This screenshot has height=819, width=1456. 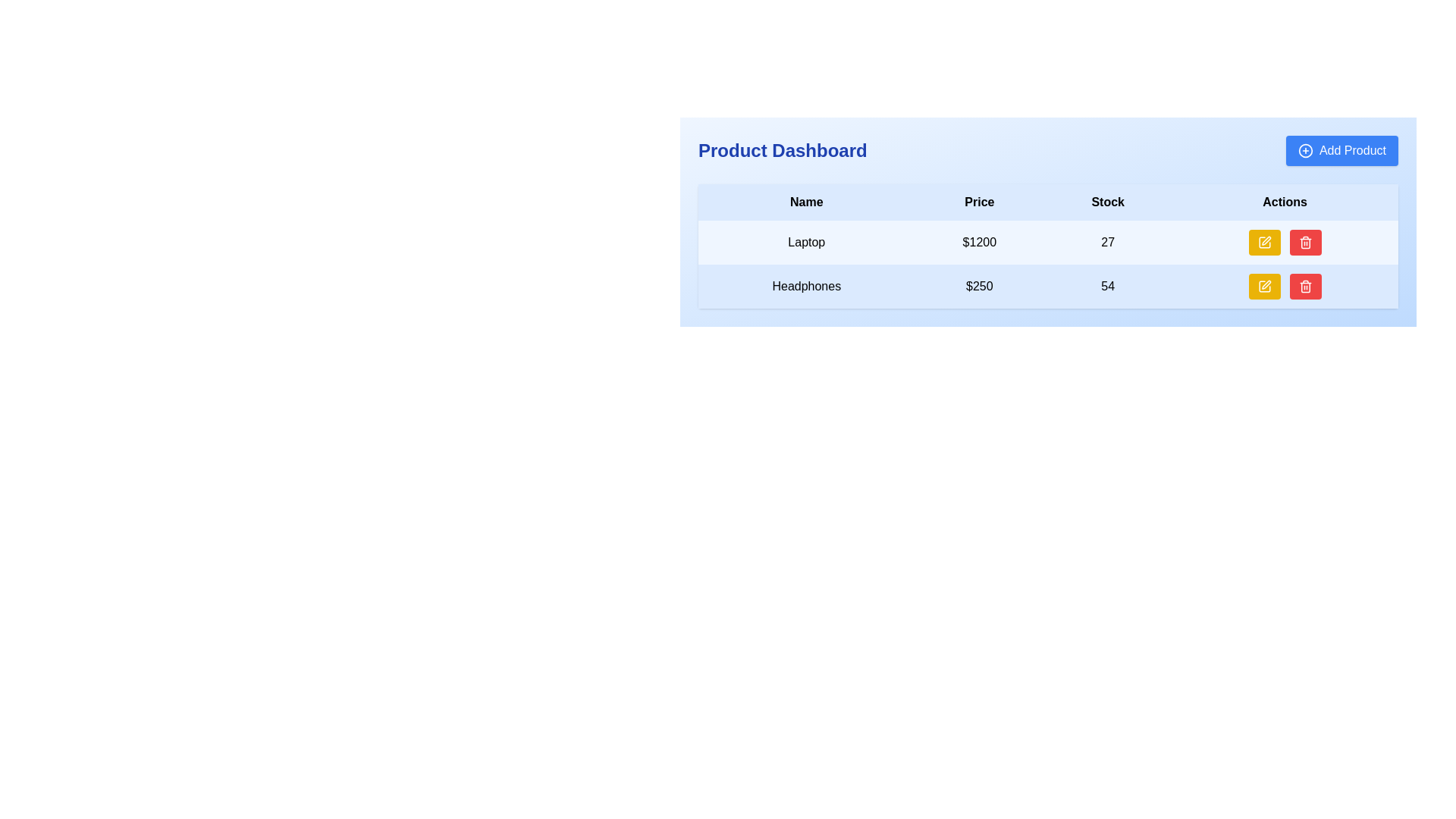 I want to click on the text label 'Headphones' located in the first cell of the second row under the 'Name' column in the 'Product Dashboard' section, so click(x=805, y=287).